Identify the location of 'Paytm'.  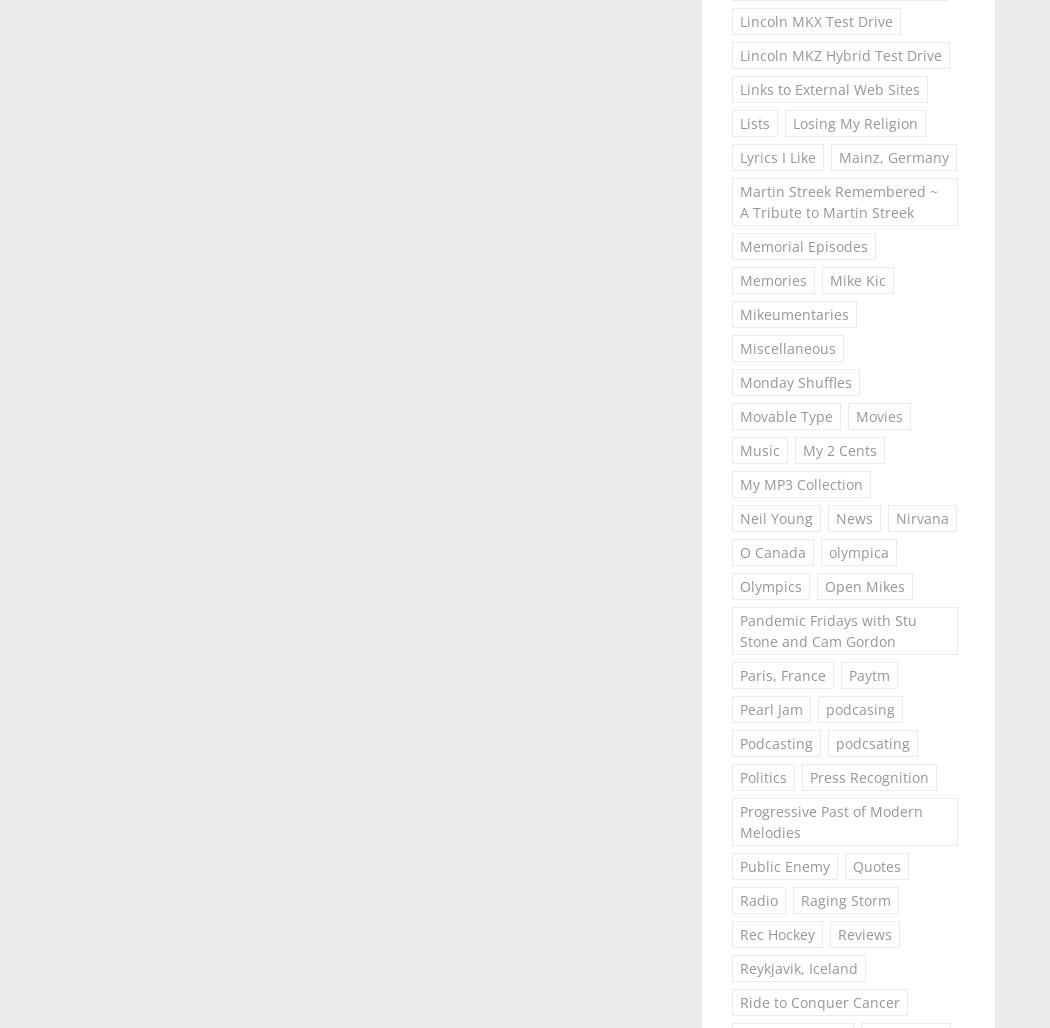
(867, 675).